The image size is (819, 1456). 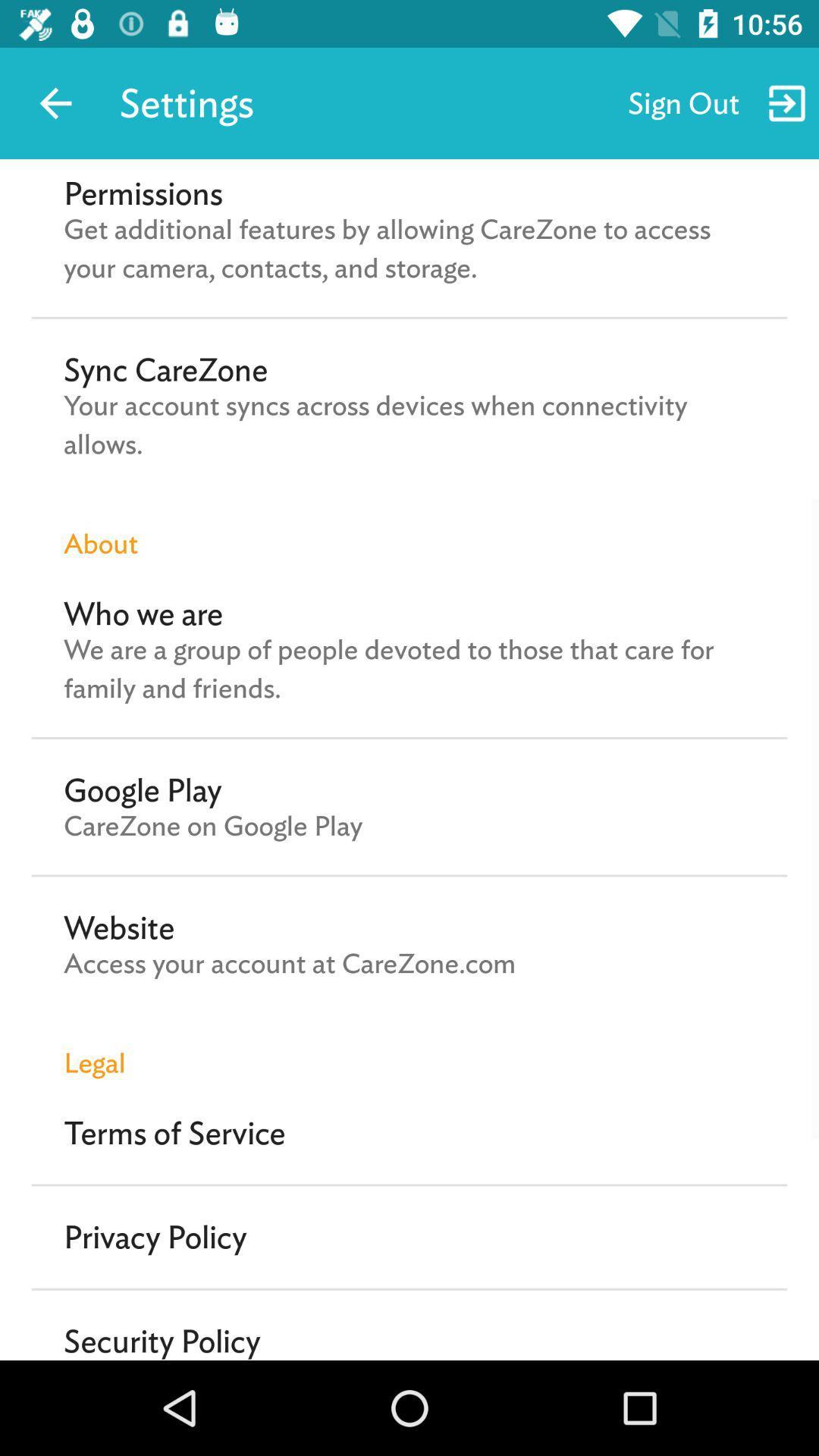 What do you see at coordinates (55, 102) in the screenshot?
I see `the icon above permissions` at bounding box center [55, 102].